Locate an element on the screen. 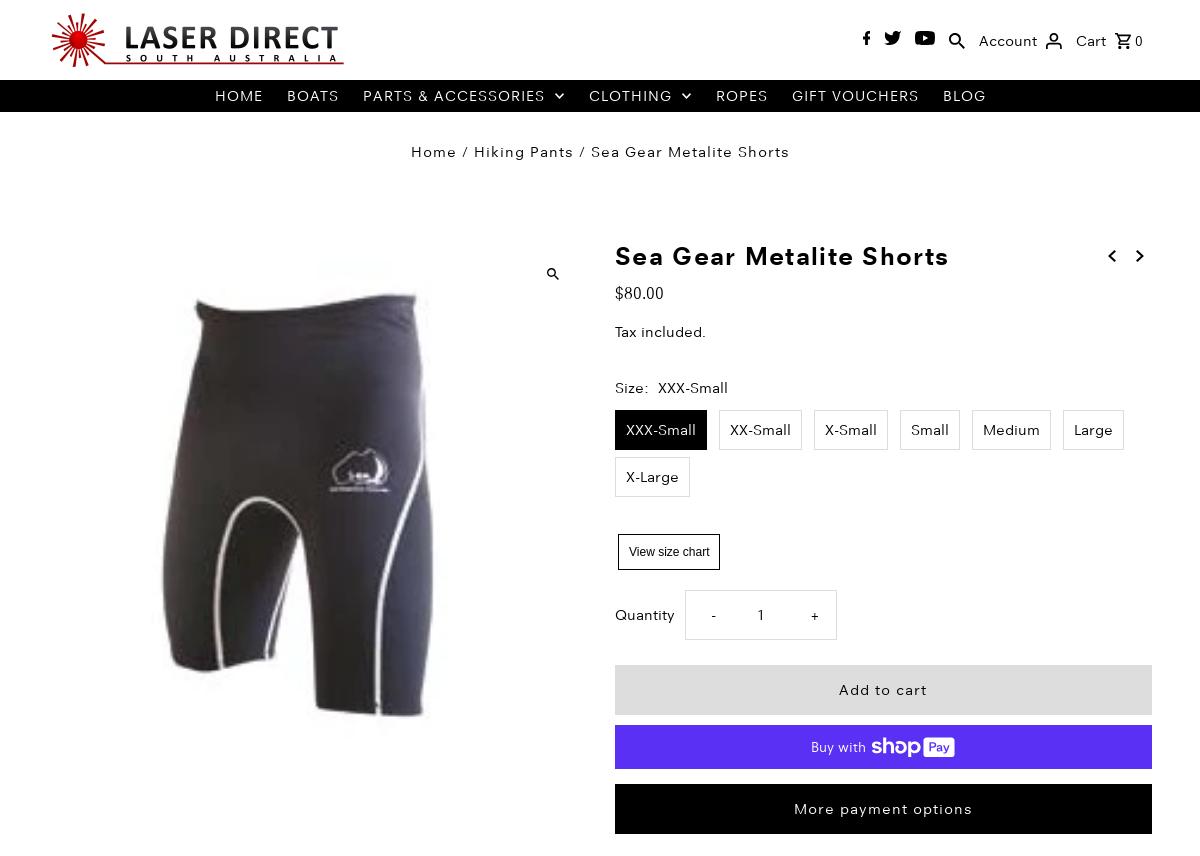 The image size is (1200, 856). 'Covers' is located at coordinates (390, 246).